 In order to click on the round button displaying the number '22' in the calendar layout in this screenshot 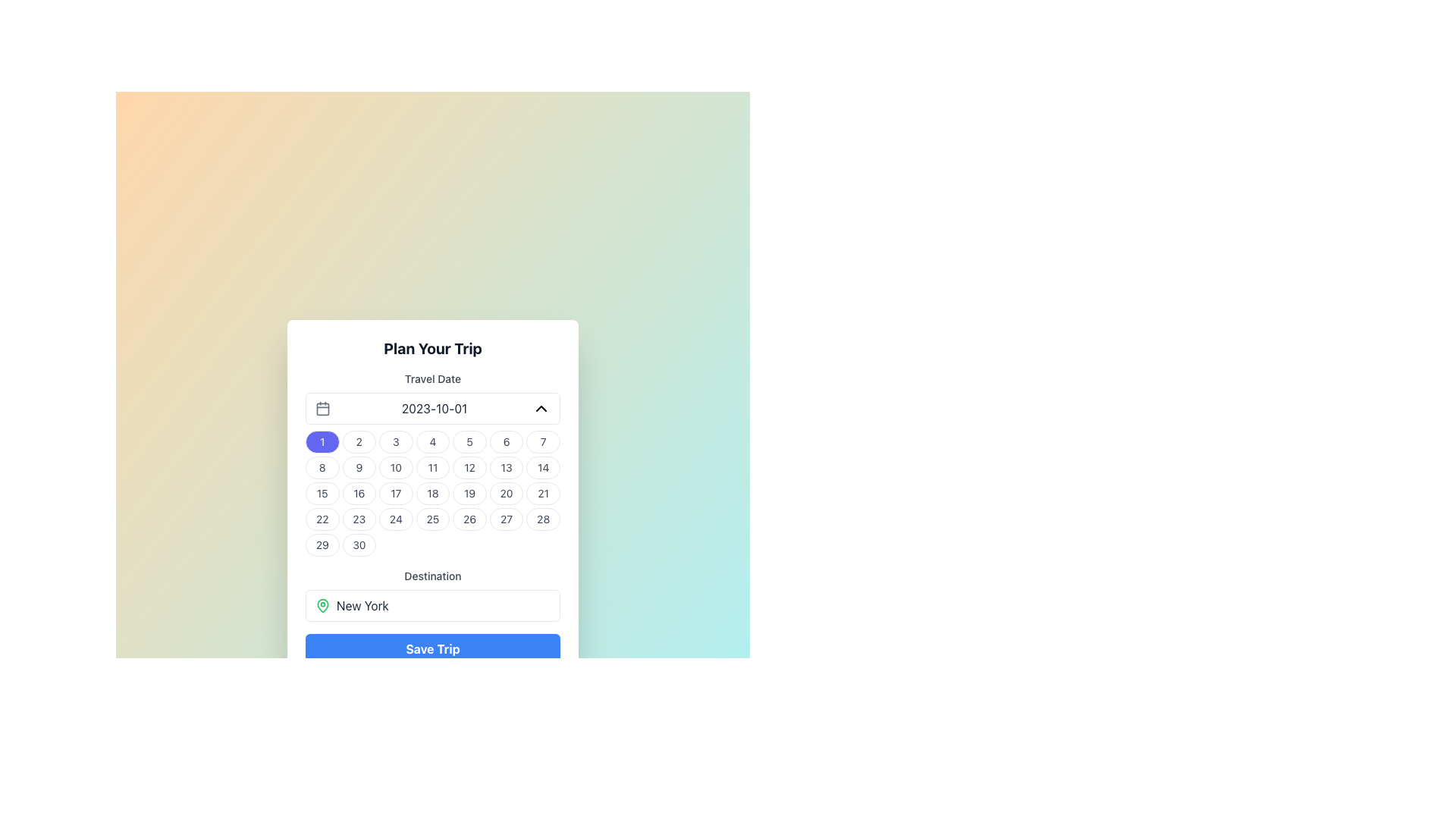, I will do `click(322, 519)`.